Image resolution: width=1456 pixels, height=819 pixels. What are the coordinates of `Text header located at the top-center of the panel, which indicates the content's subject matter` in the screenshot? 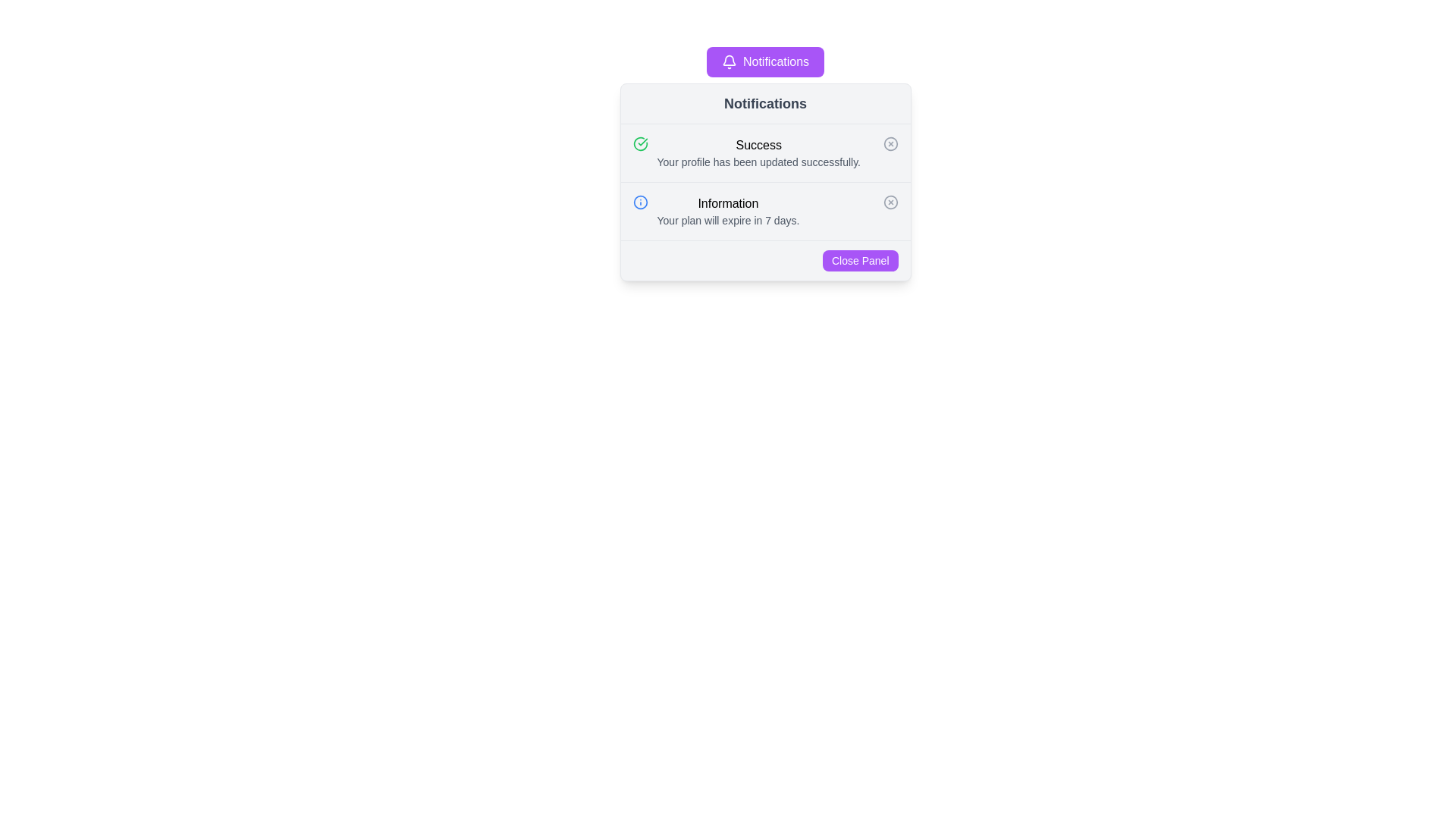 It's located at (765, 103).